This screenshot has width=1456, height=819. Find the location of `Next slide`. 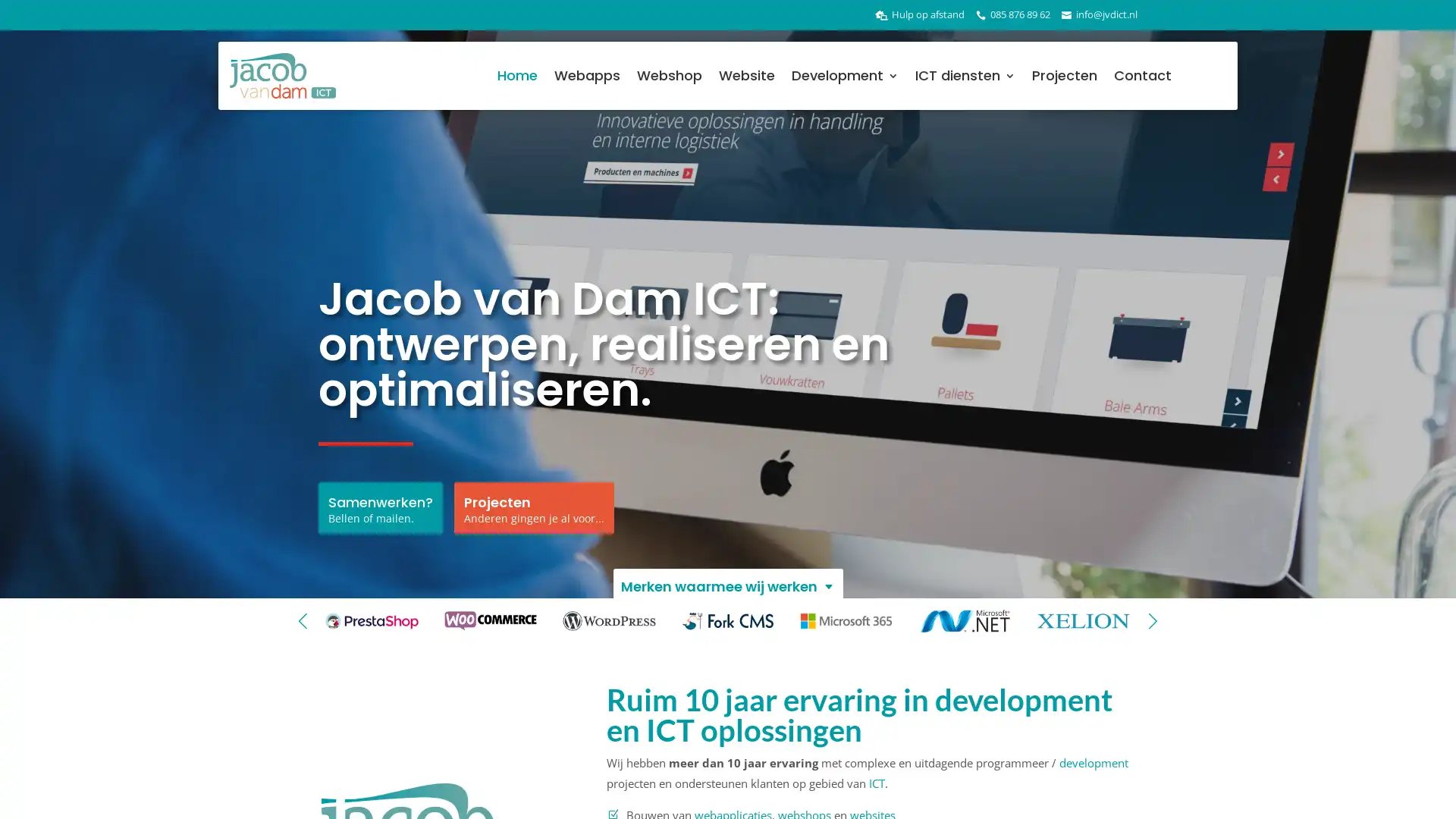

Next slide is located at coordinates (1153, 620).